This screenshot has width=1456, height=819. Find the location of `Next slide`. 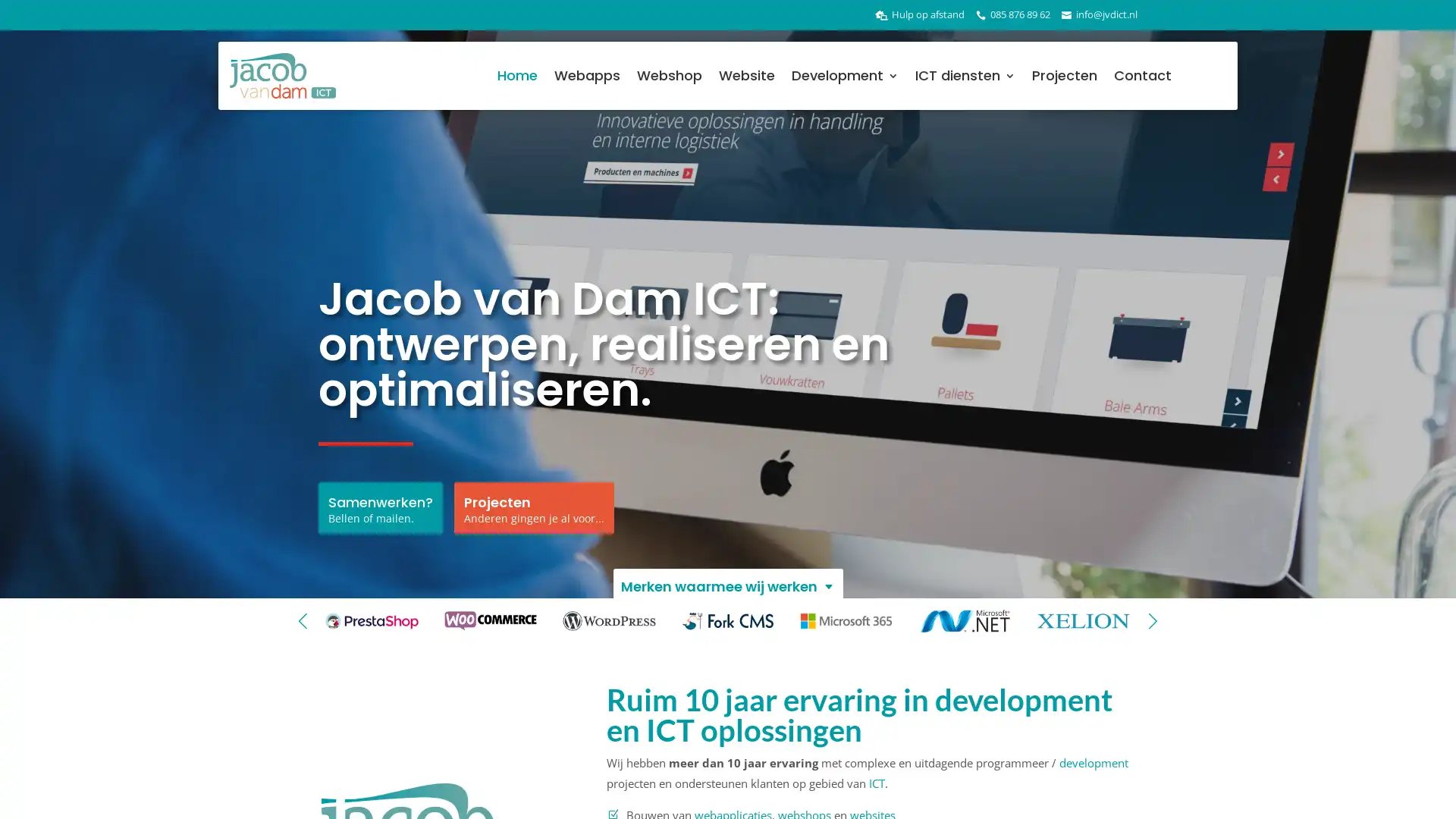

Next slide is located at coordinates (1153, 620).